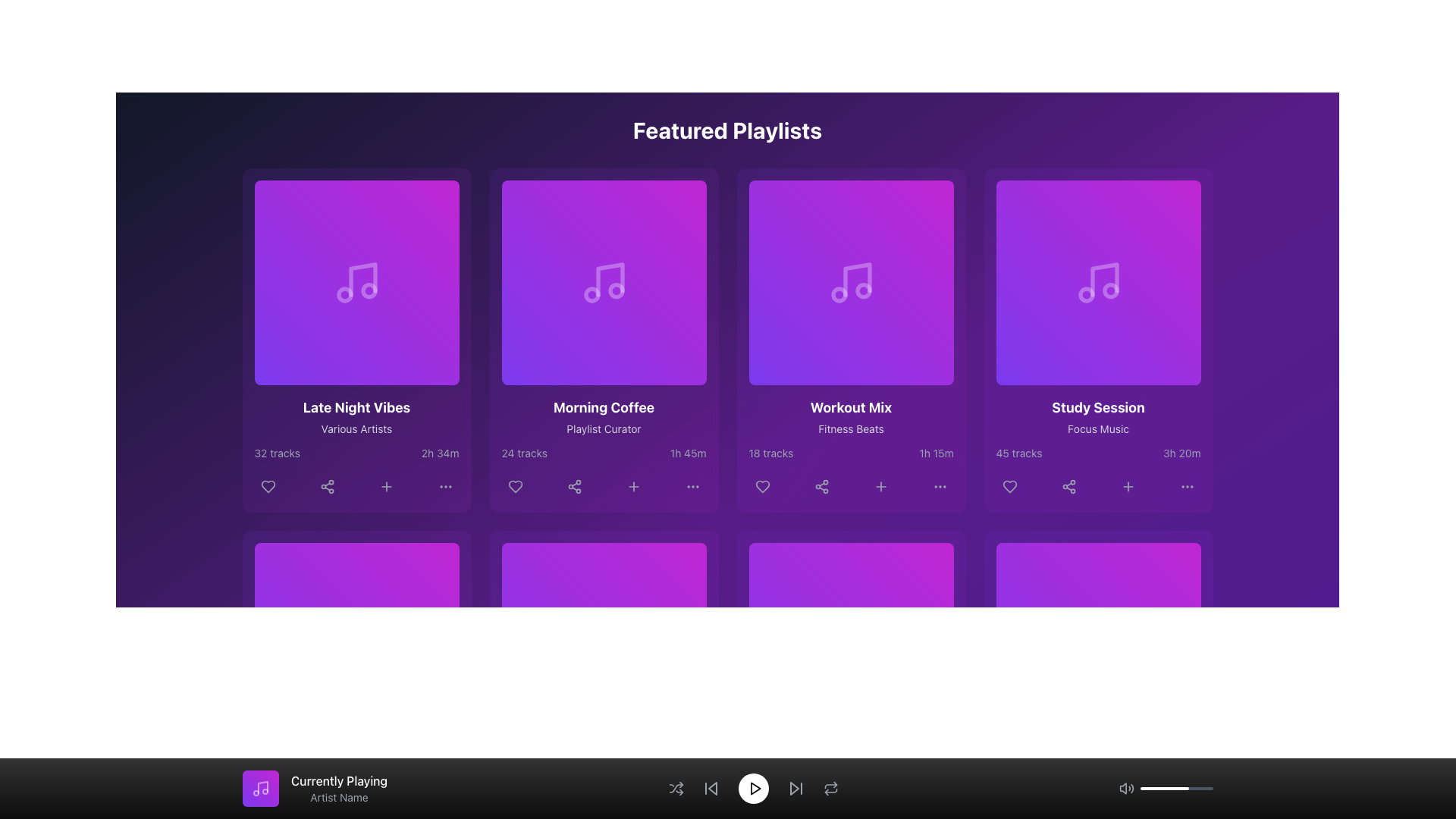  What do you see at coordinates (770, 452) in the screenshot?
I see `text label displaying the number of tracks in the 'Workout Mix' playlist, which is located in the bottom left of the playlist card in the 'Featured Playlists' section, next to the duration '1h 15m'` at bounding box center [770, 452].